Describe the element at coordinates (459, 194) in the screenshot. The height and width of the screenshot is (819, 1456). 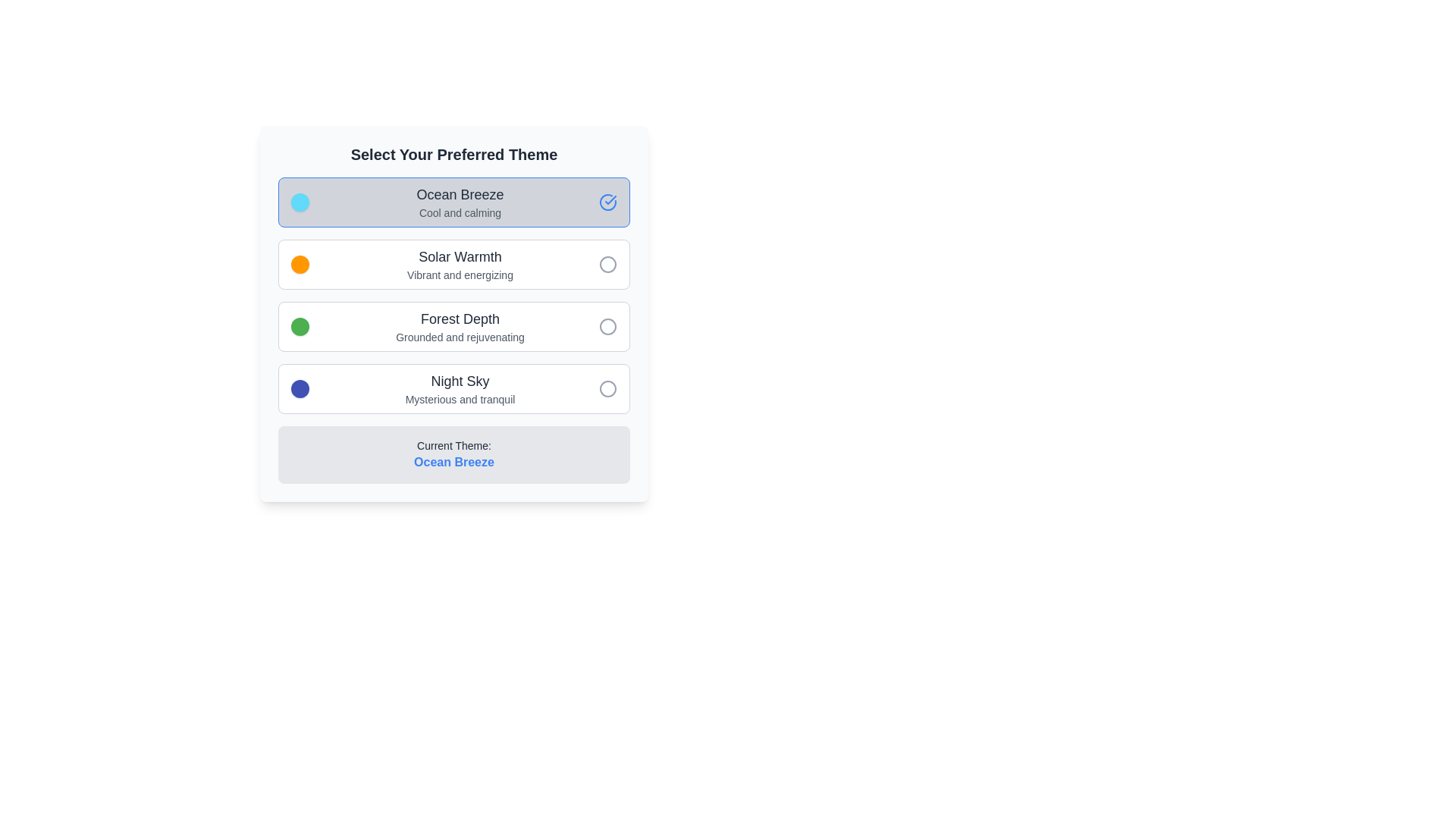
I see `the text label element reading 'Ocean Breeze' that is prominently displayed in bold font as part of the theme selection list, located at the top of the first theme option` at that location.